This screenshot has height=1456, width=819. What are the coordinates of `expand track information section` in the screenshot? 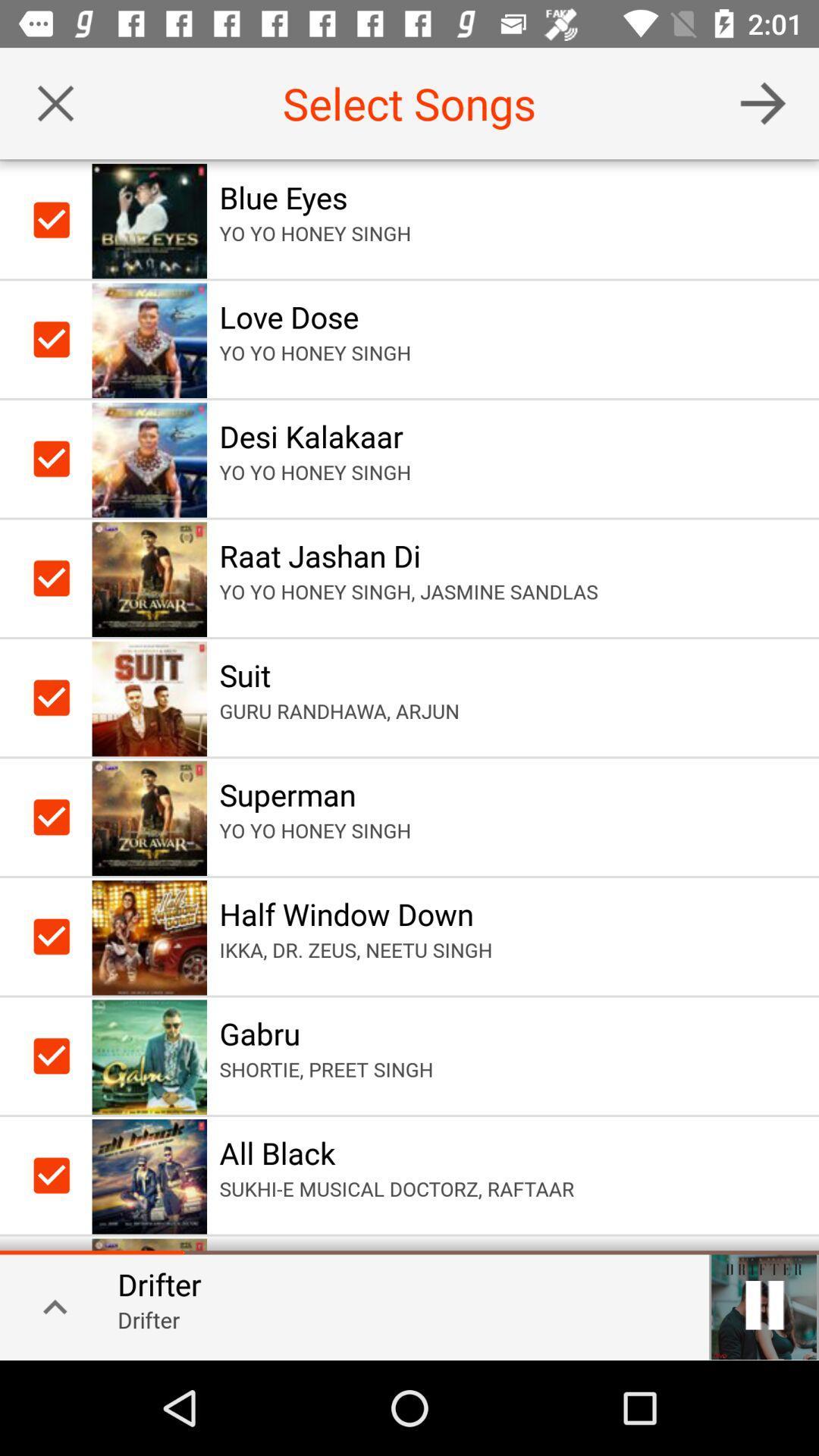 It's located at (49, 1305).